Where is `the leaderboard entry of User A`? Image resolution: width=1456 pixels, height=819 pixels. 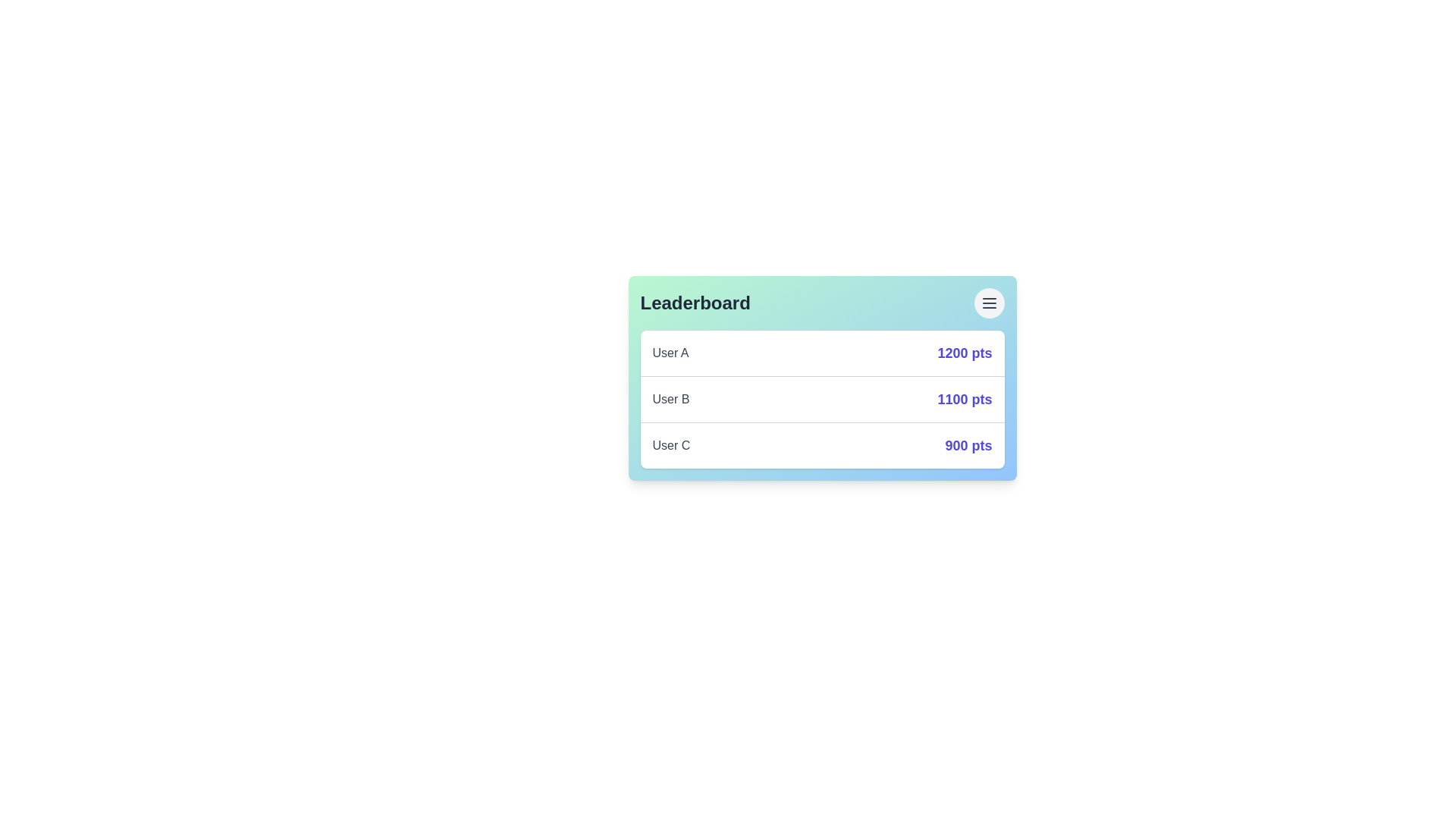 the leaderboard entry of User A is located at coordinates (821, 353).